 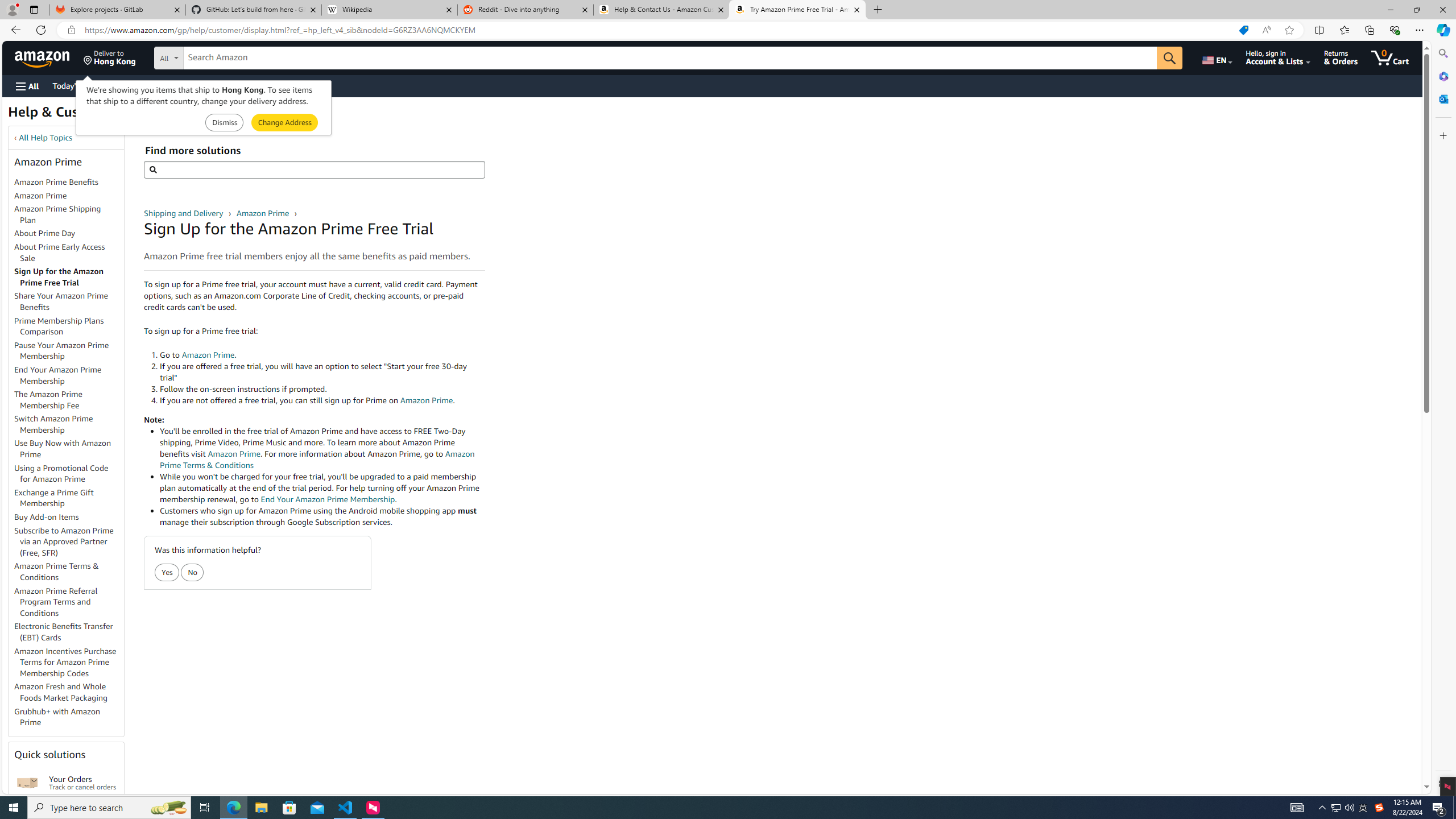 What do you see at coordinates (48, 56) in the screenshot?
I see `'Skip to main content'` at bounding box center [48, 56].